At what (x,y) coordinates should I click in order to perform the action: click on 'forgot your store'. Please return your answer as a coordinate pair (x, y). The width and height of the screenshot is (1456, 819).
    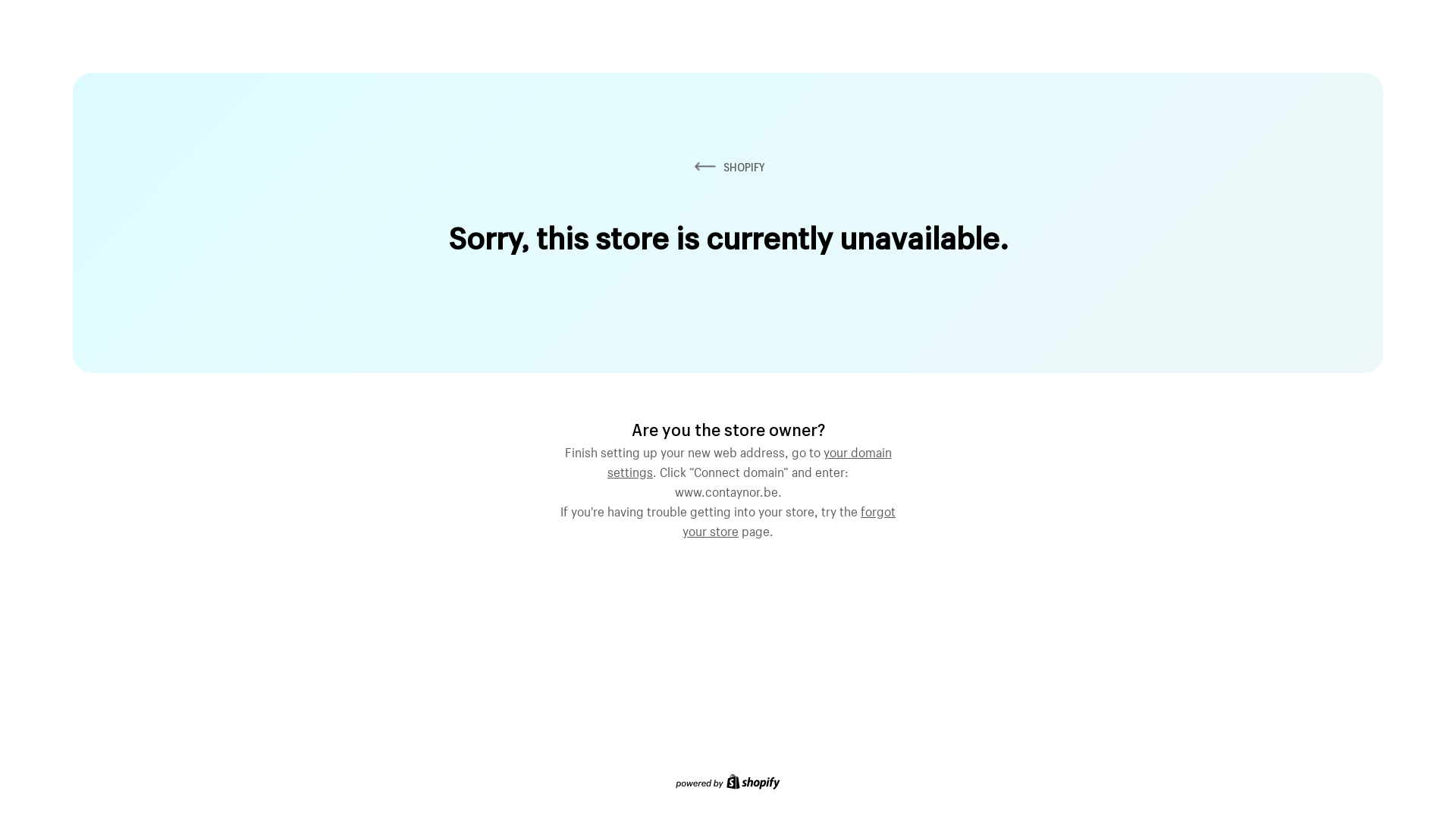
    Looking at the image, I should click on (789, 519).